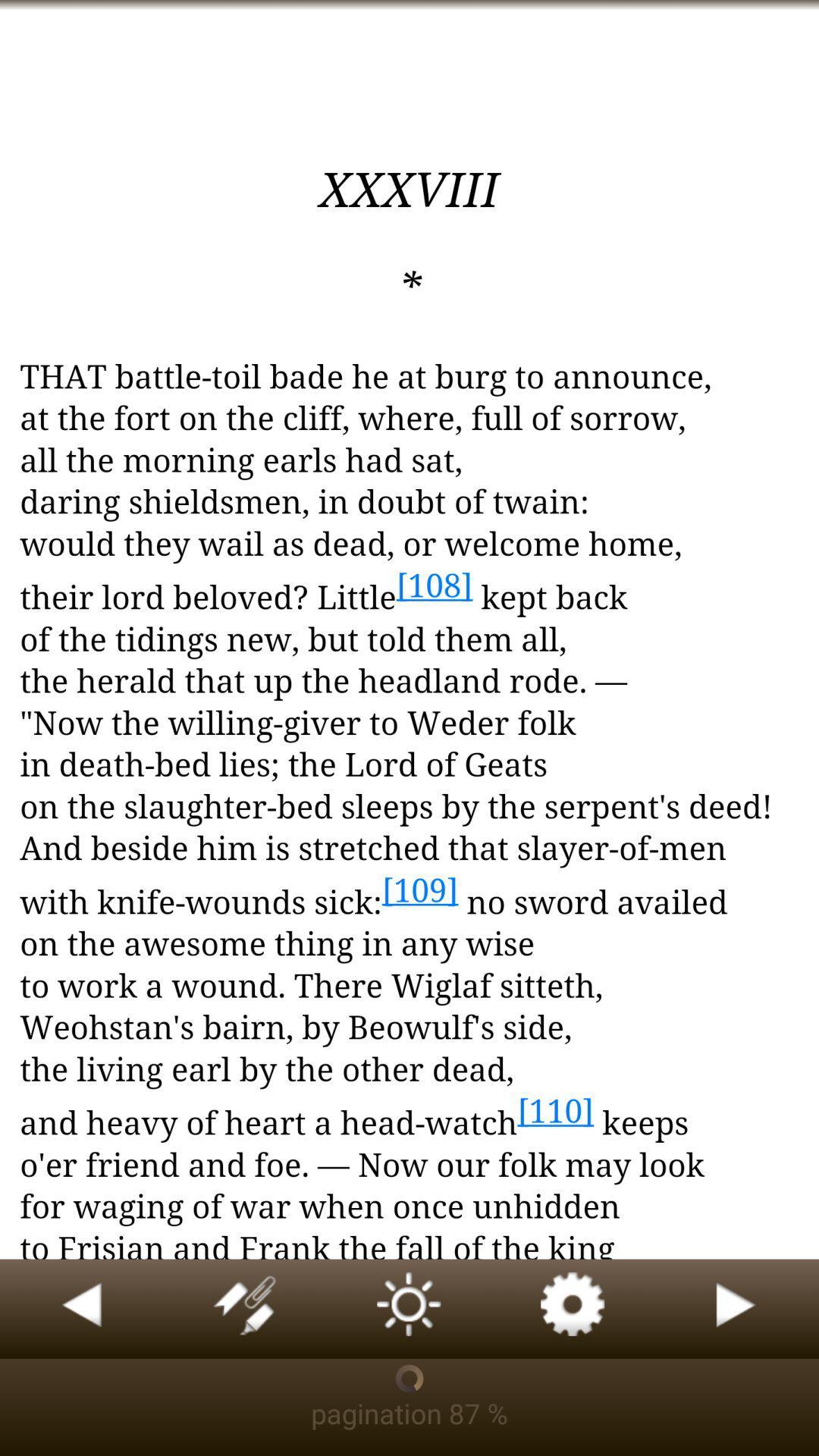  What do you see at coordinates (736, 1308) in the screenshot?
I see `next page` at bounding box center [736, 1308].